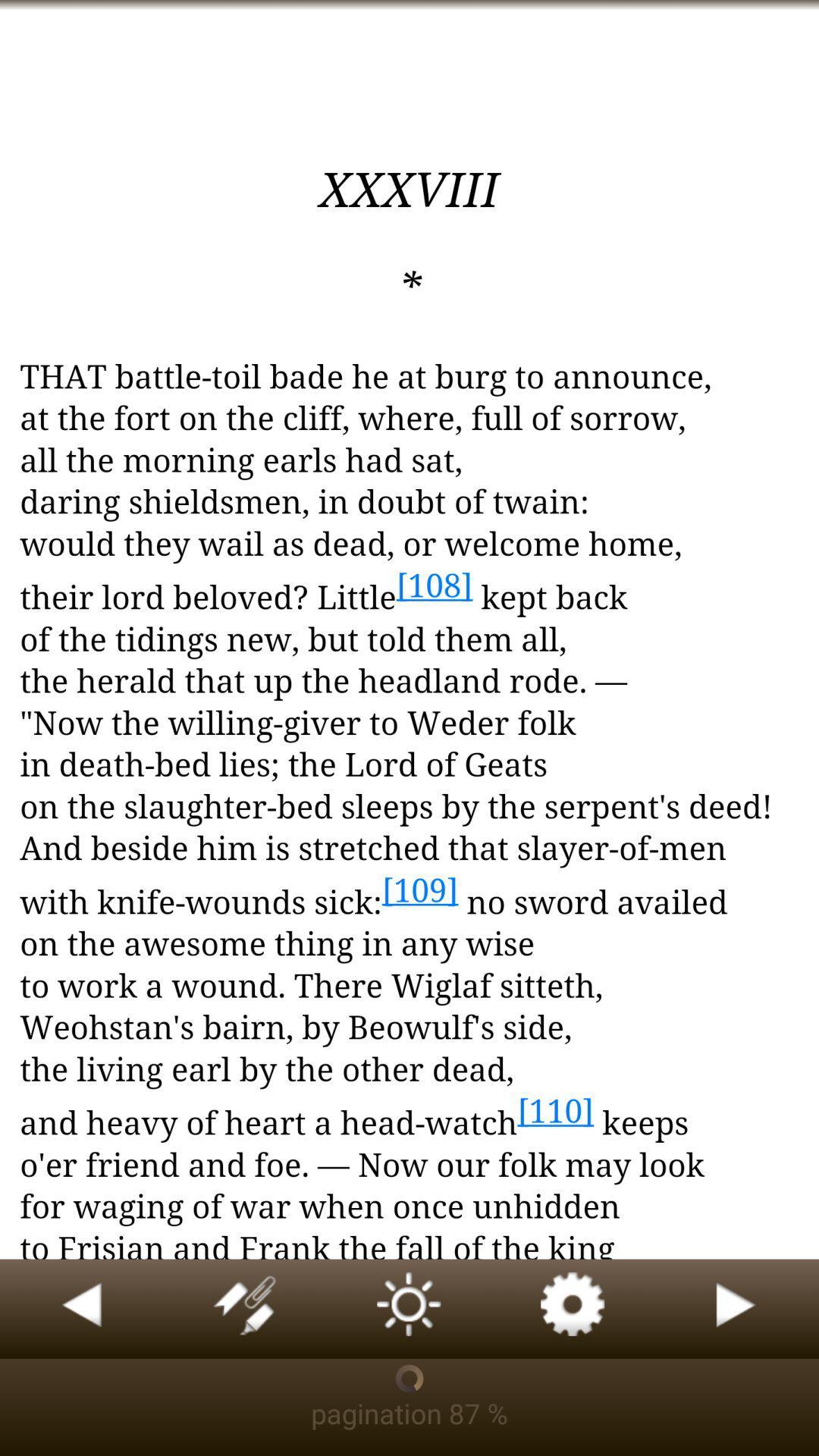  What do you see at coordinates (736, 1308) in the screenshot?
I see `next page` at bounding box center [736, 1308].